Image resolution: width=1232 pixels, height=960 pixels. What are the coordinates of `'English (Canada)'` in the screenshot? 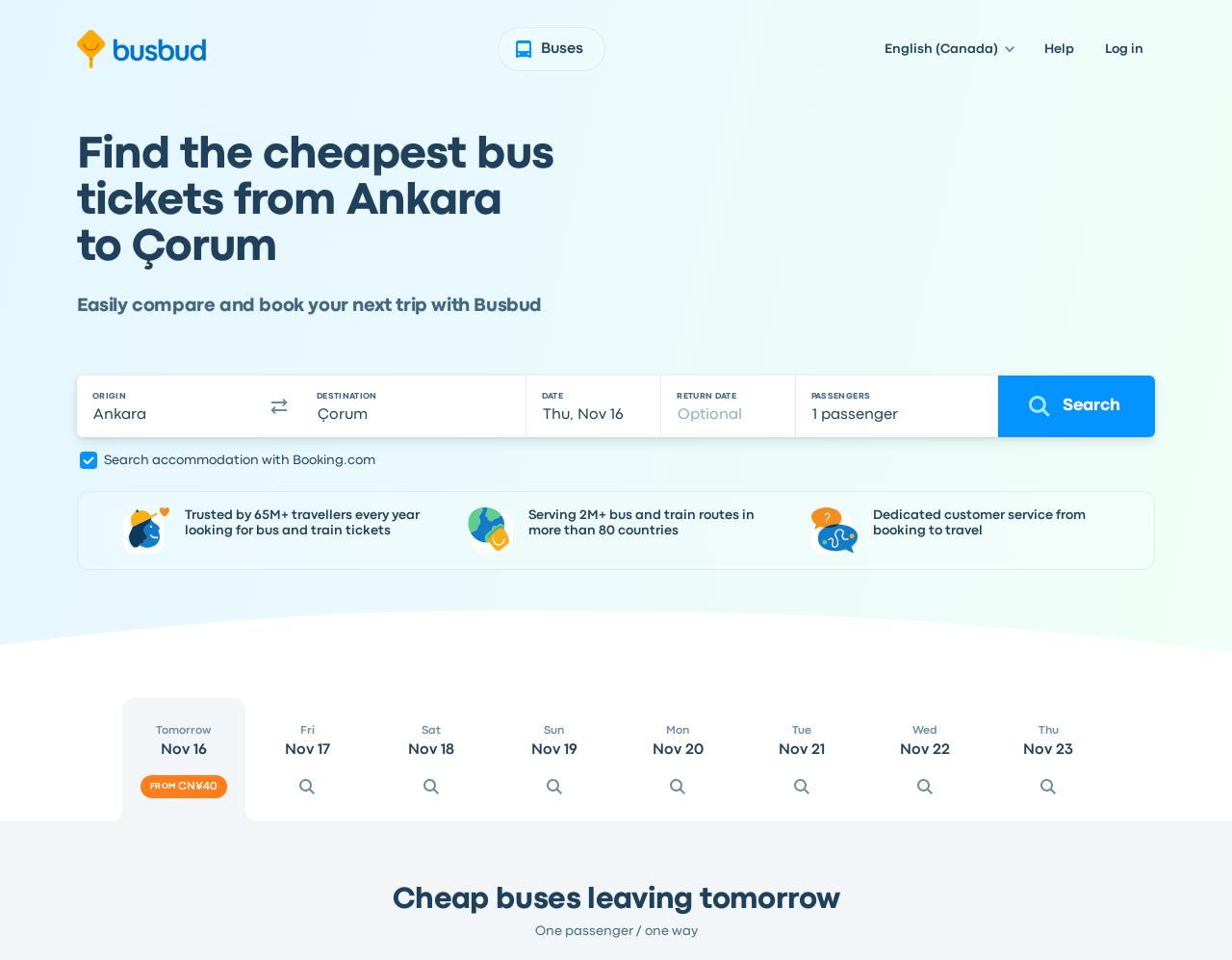 It's located at (941, 48).